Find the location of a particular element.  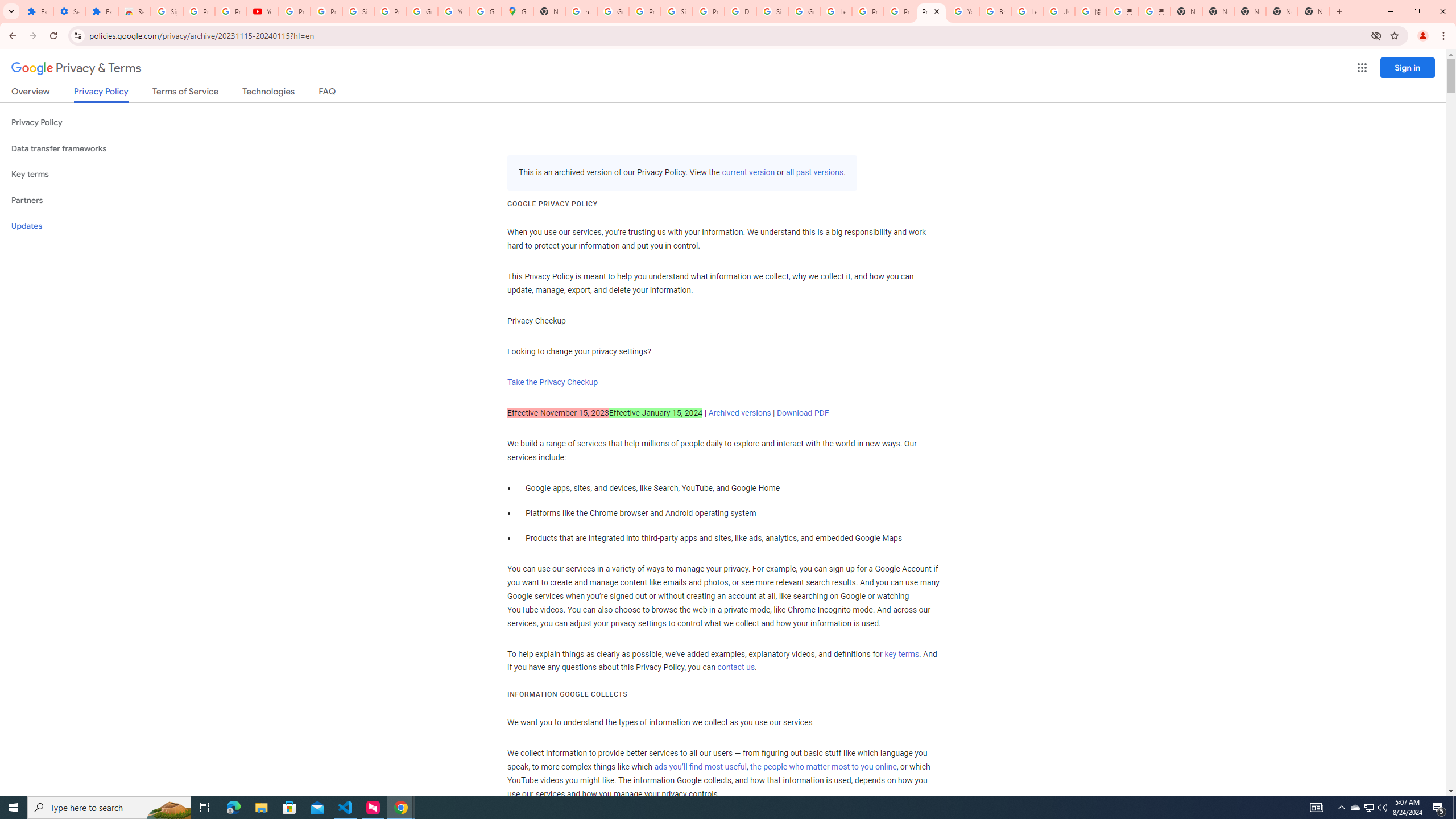

'Privacy Help Center - Policies Help' is located at coordinates (868, 11).